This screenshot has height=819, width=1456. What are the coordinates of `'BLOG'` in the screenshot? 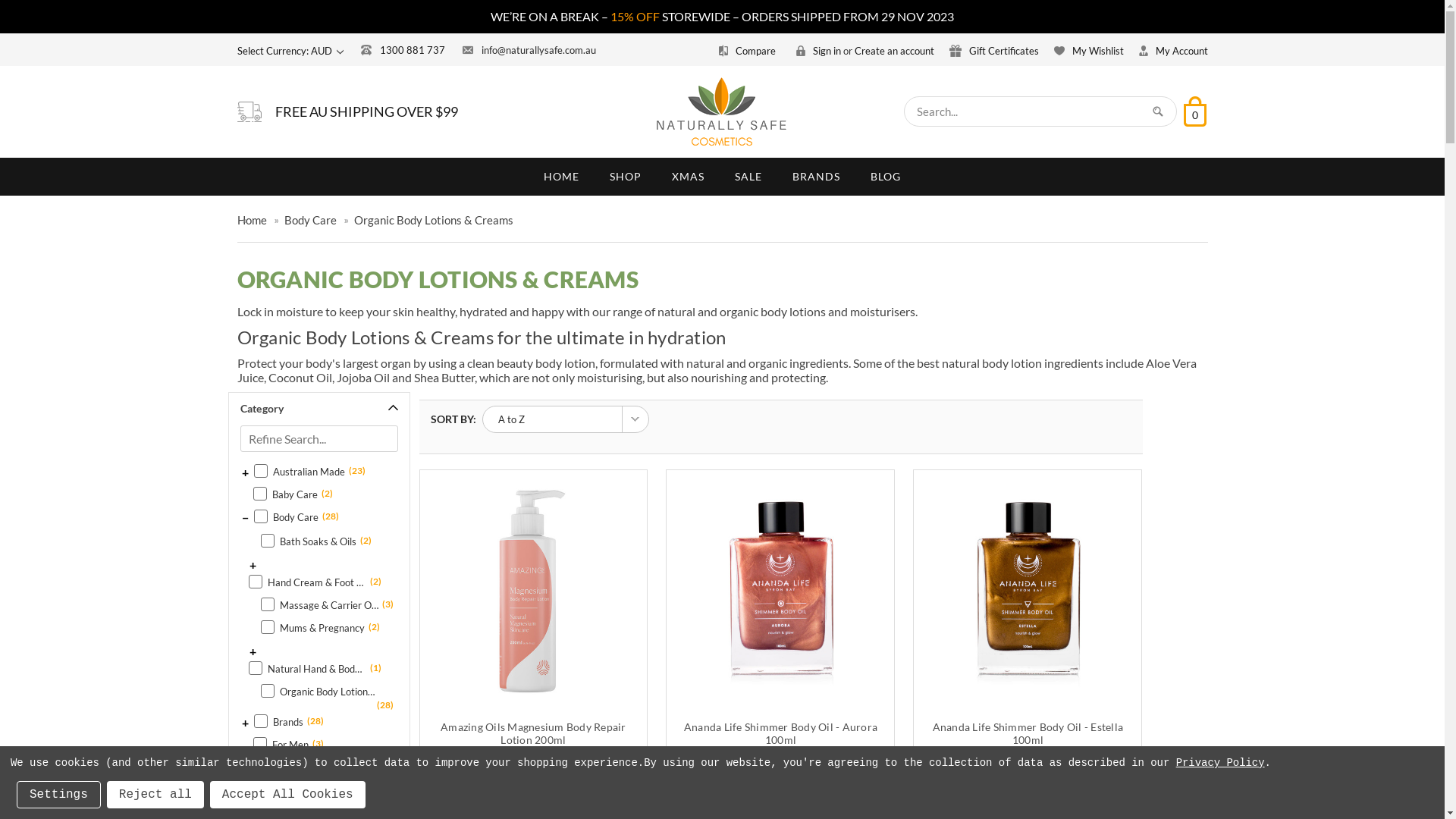 It's located at (885, 175).